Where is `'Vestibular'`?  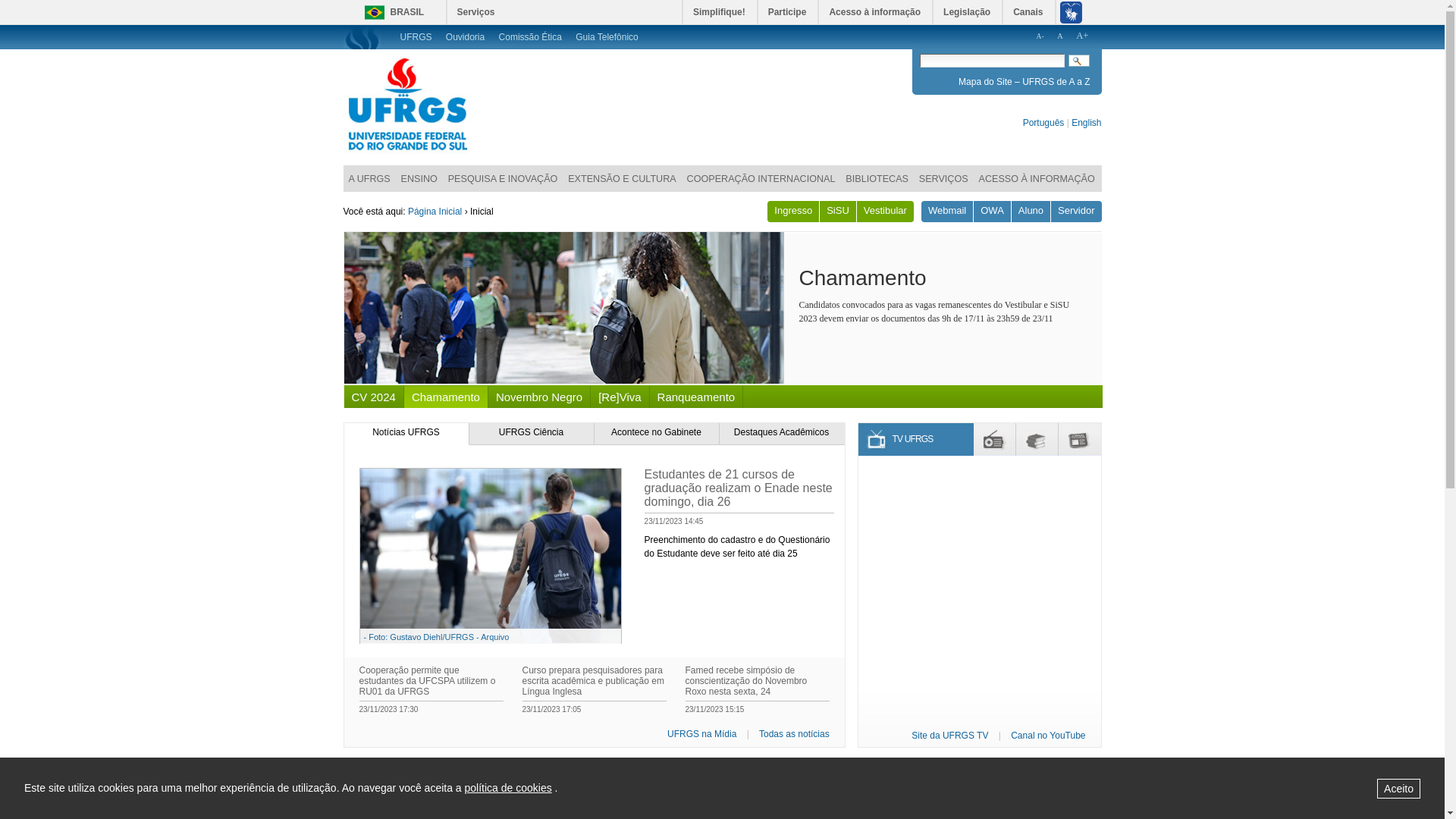 'Vestibular' is located at coordinates (885, 211).